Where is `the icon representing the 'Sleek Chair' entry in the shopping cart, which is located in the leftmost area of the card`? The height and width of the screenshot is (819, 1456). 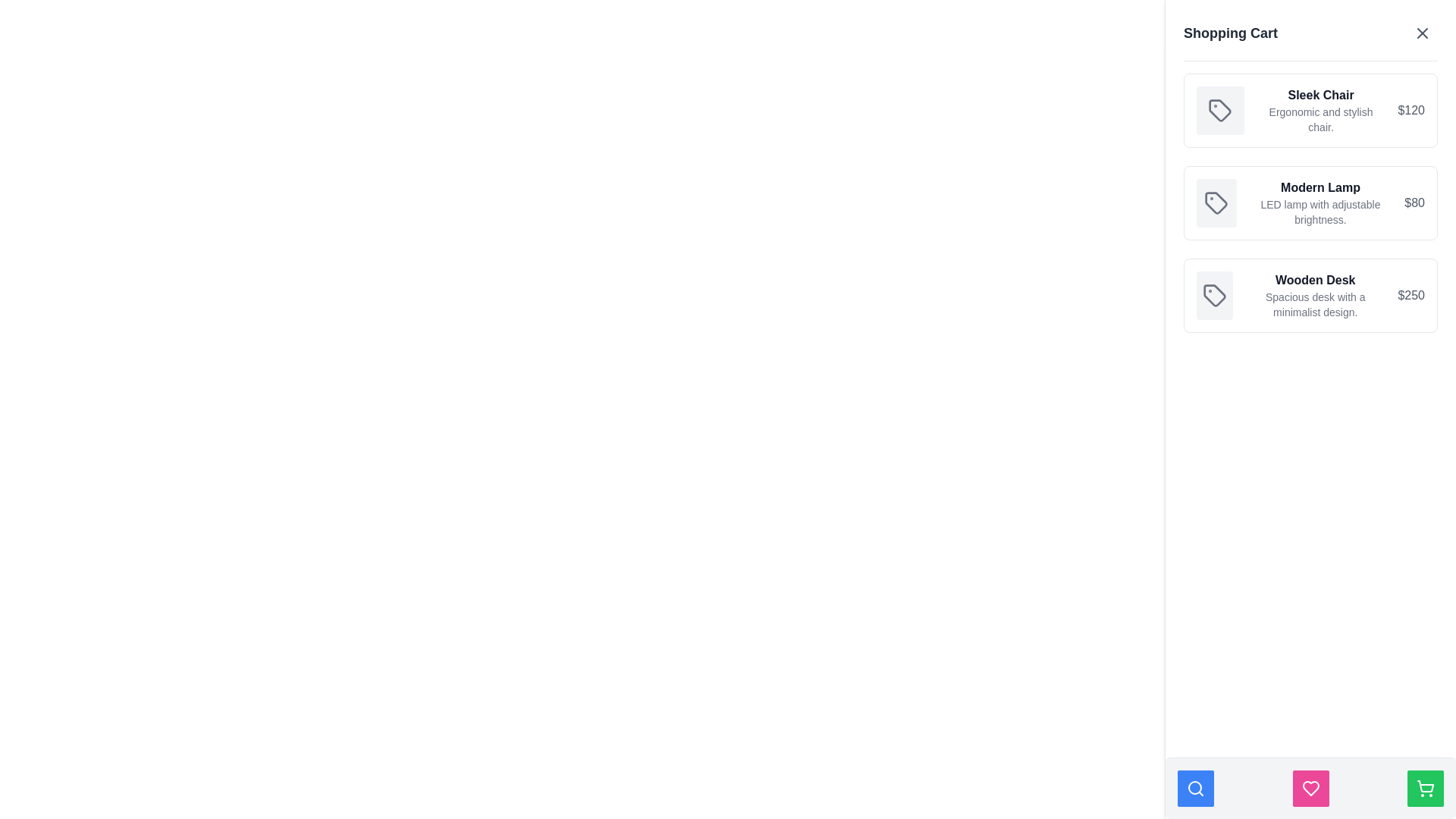 the icon representing the 'Sleek Chair' entry in the shopping cart, which is located in the leftmost area of the card is located at coordinates (1220, 110).